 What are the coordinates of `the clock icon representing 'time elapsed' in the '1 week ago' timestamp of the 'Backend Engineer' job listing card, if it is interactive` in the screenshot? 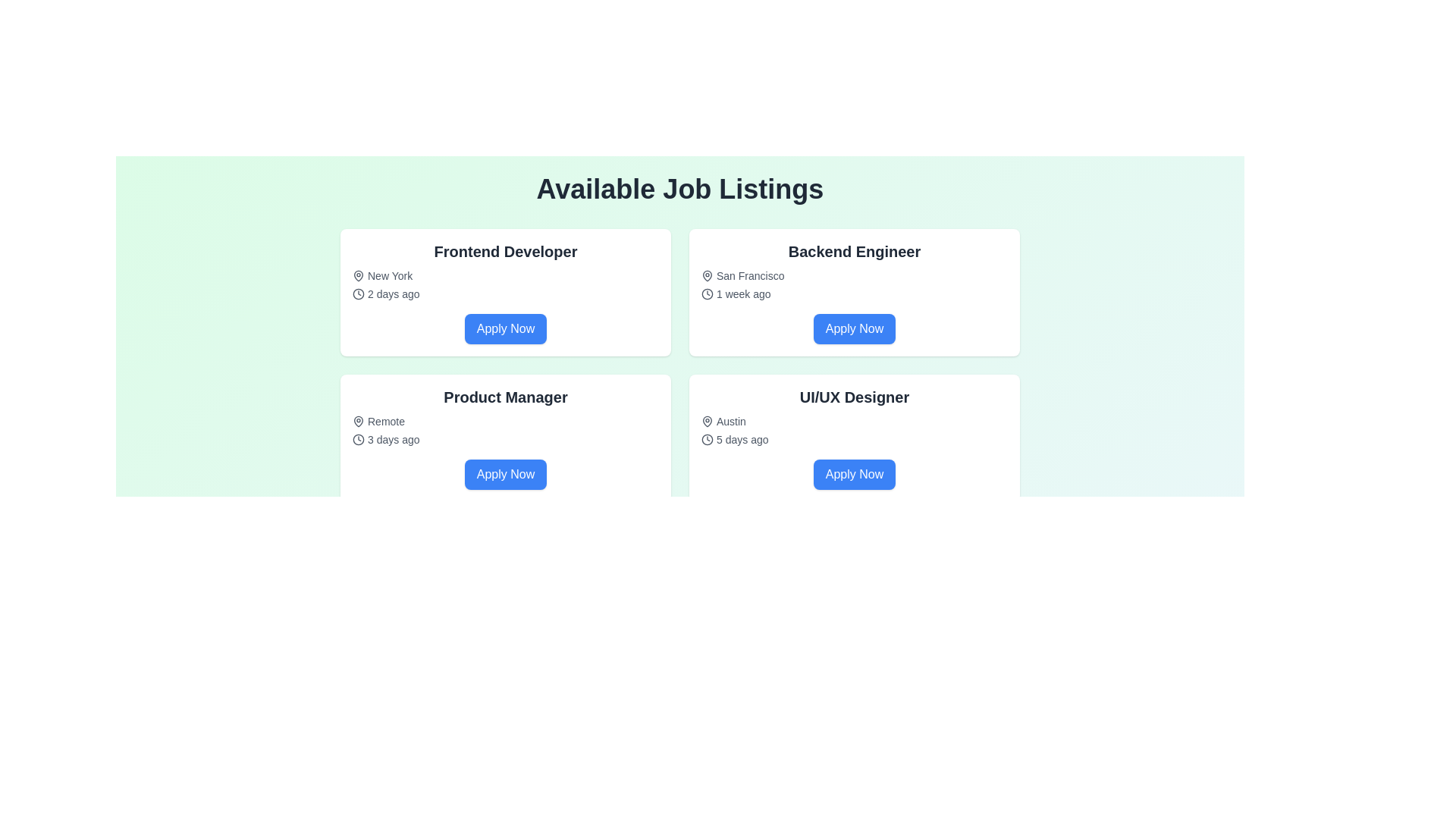 It's located at (706, 294).